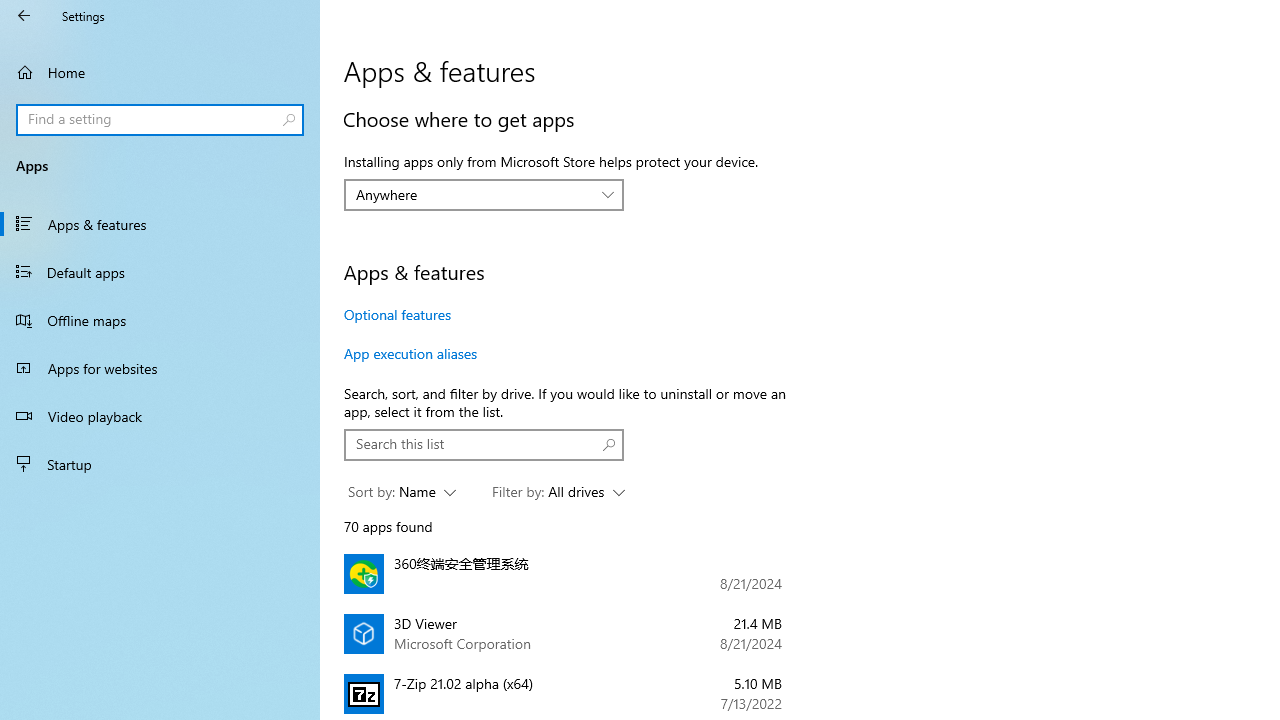 This screenshot has width=1280, height=720. I want to click on 'Apps for websites', so click(160, 367).